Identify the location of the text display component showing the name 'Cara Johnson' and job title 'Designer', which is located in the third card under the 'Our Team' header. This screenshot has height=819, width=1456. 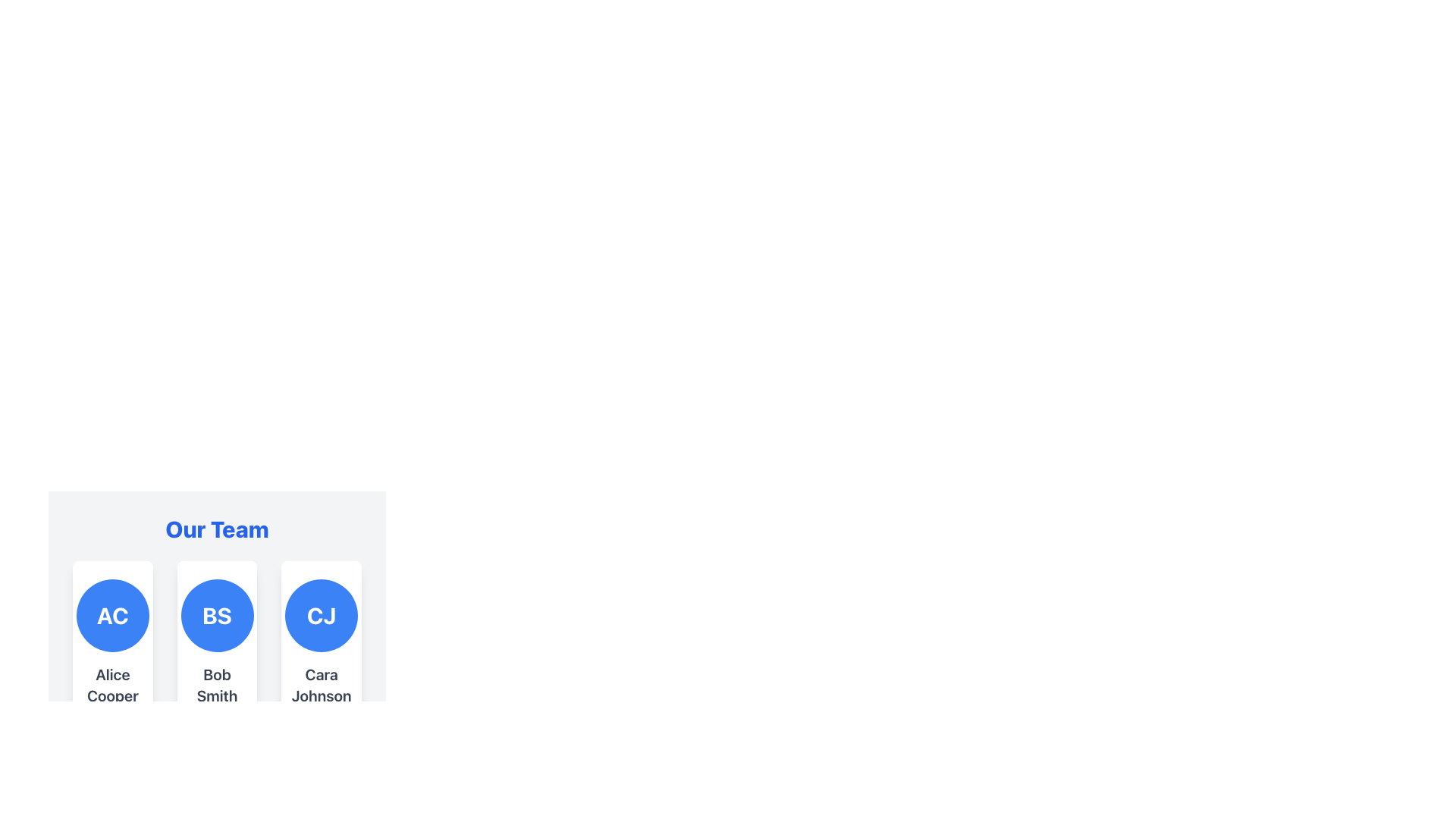
(321, 694).